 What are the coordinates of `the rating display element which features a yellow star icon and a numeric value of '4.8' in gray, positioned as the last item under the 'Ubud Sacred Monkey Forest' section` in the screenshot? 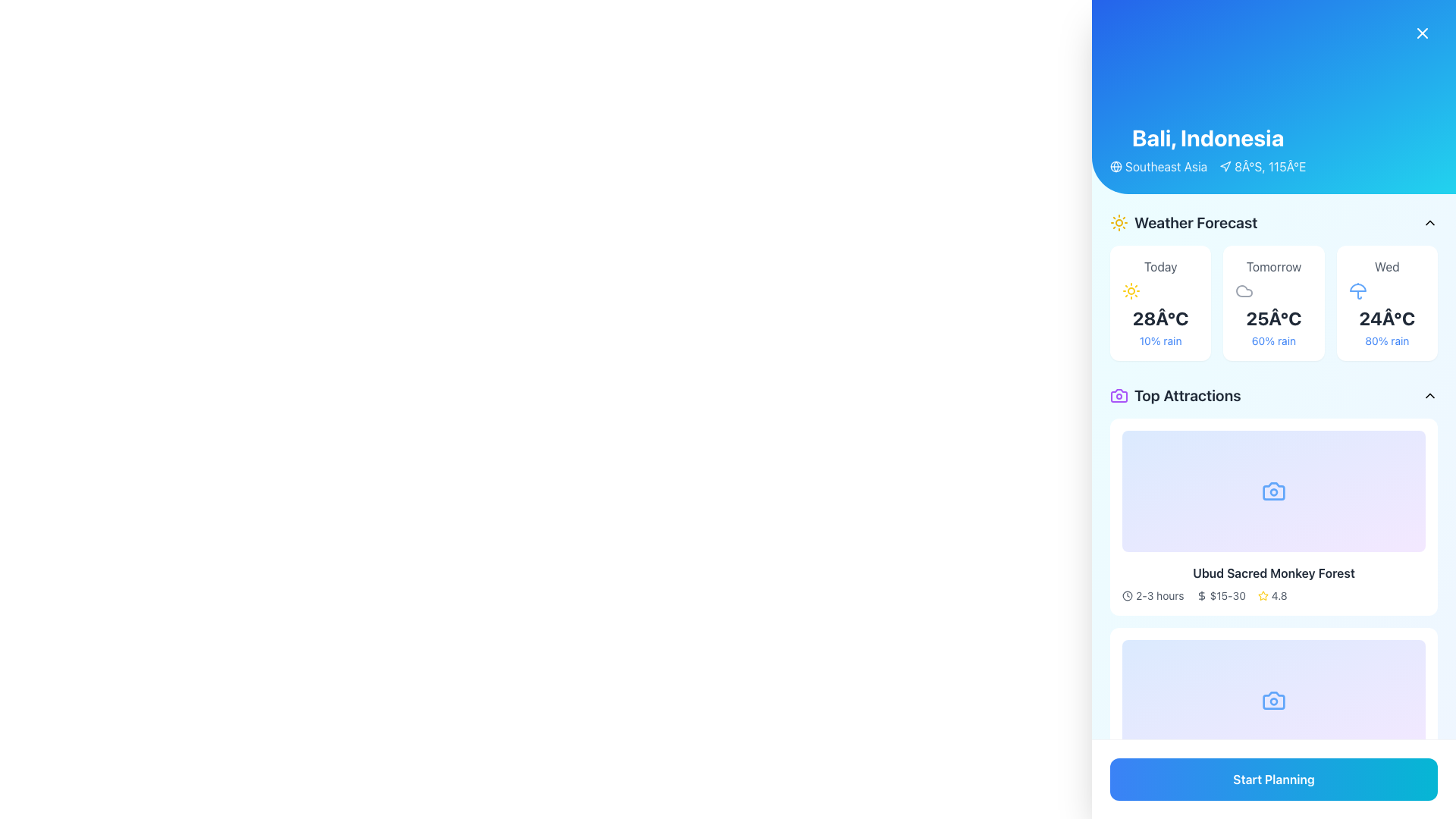 It's located at (1272, 595).